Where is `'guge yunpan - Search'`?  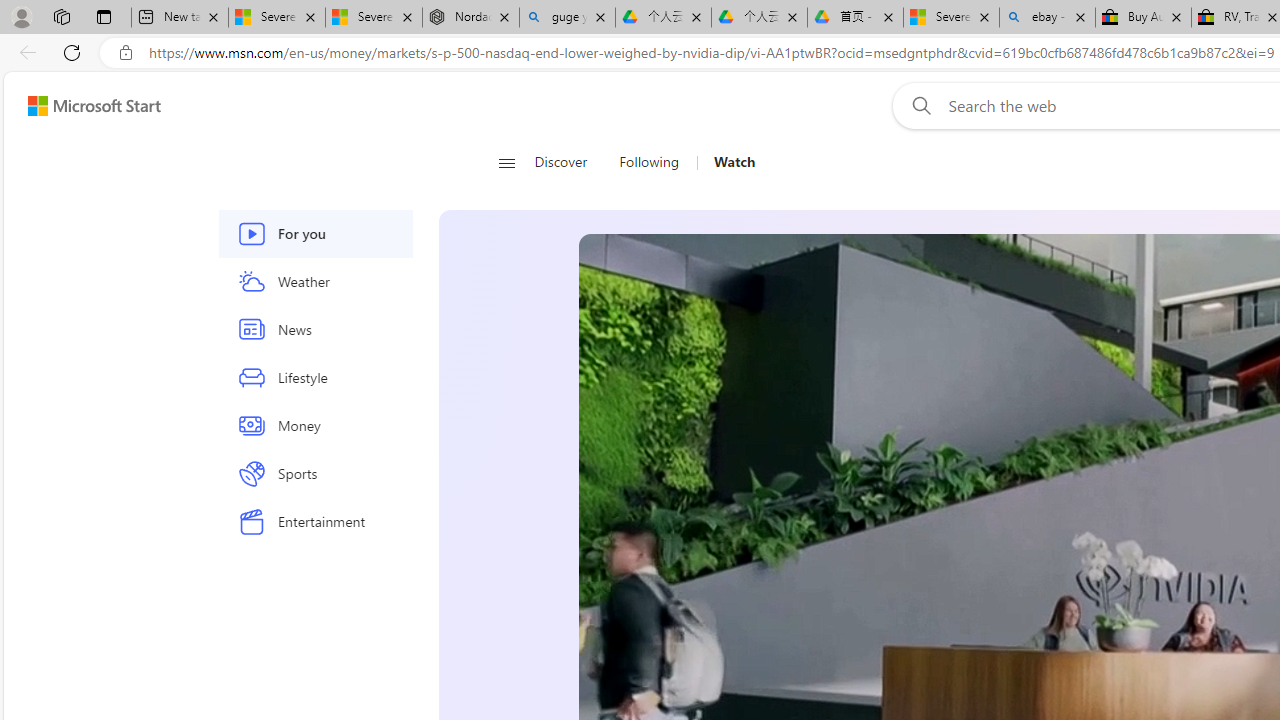
'guge yunpan - Search' is located at coordinates (566, 17).